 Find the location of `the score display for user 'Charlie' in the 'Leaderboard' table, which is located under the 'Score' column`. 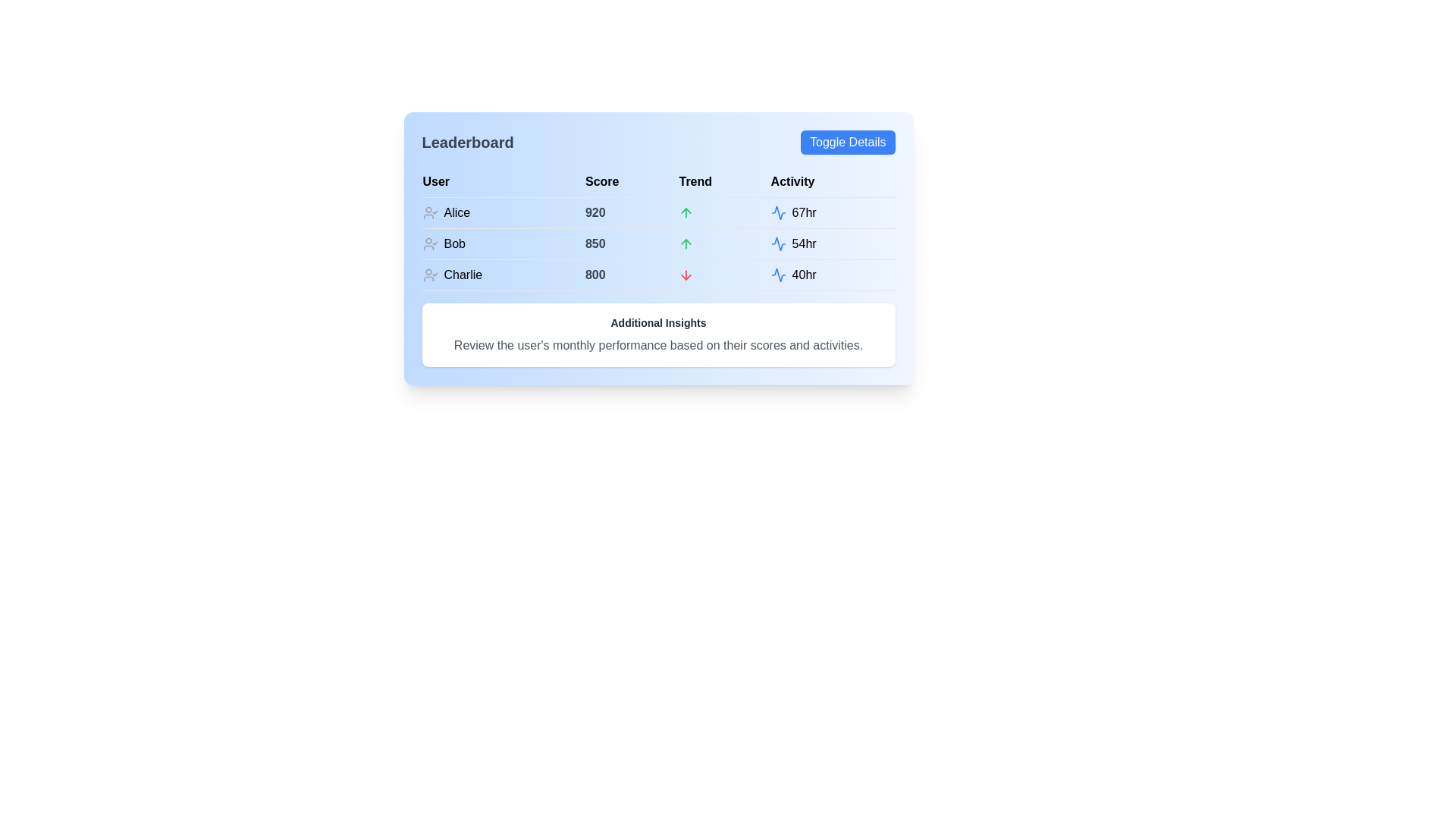

the score display for user 'Charlie' in the 'Leaderboard' table, which is located under the 'Score' column is located at coordinates (631, 275).